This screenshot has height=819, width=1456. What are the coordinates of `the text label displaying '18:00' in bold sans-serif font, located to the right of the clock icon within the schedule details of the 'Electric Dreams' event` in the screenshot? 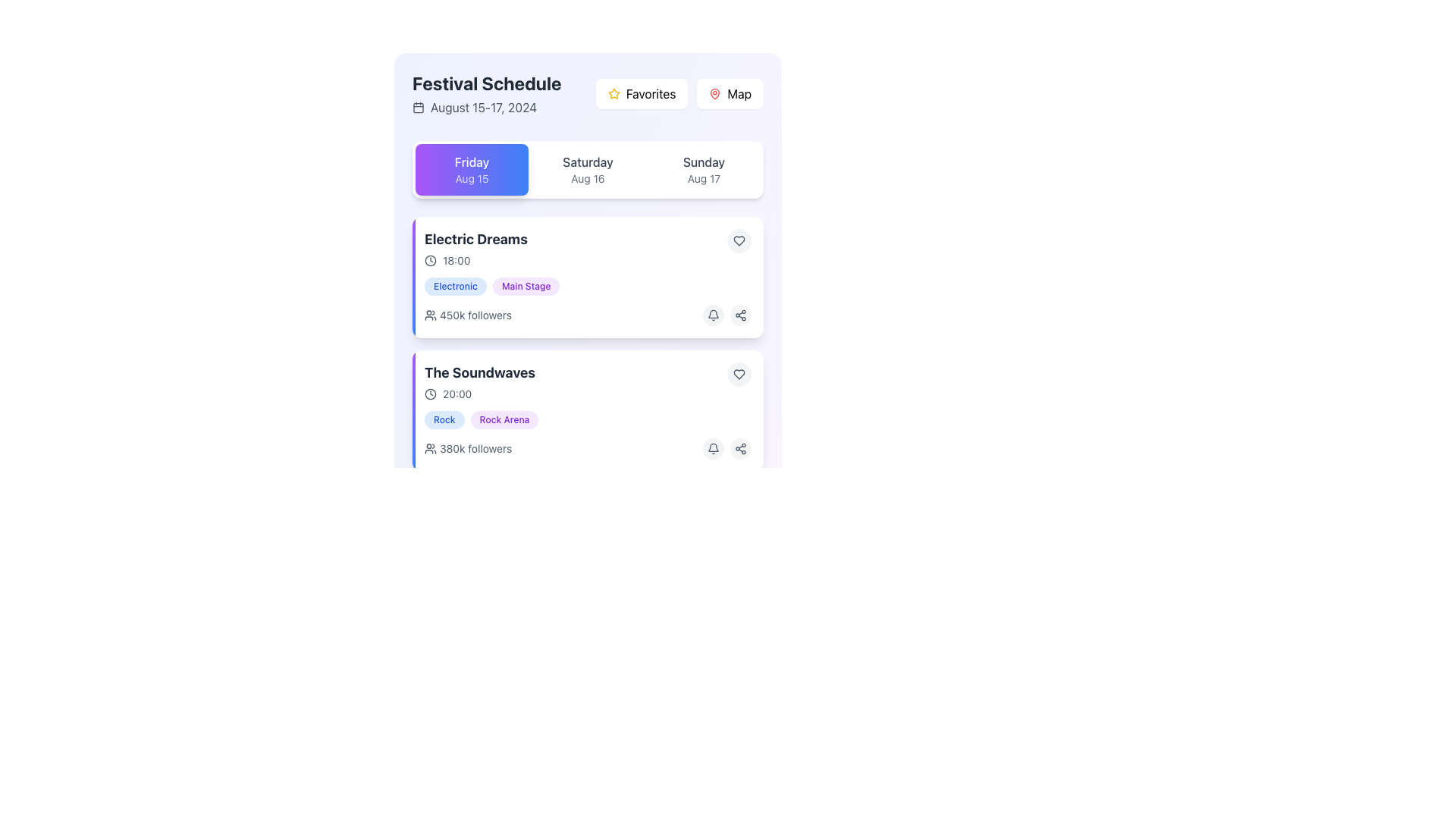 It's located at (456, 259).